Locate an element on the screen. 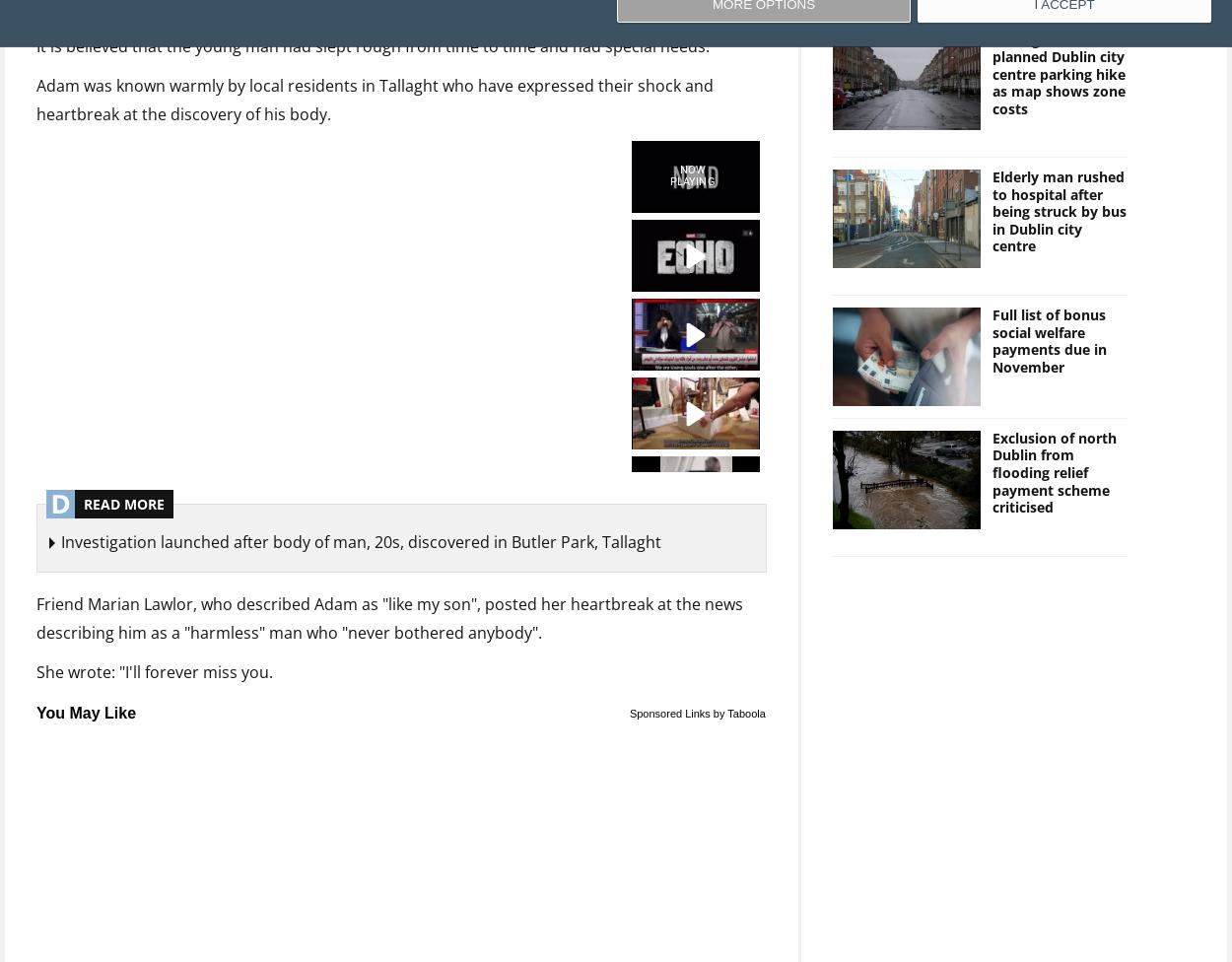 This screenshot has width=1232, height=962. 'Read More' is located at coordinates (124, 503).